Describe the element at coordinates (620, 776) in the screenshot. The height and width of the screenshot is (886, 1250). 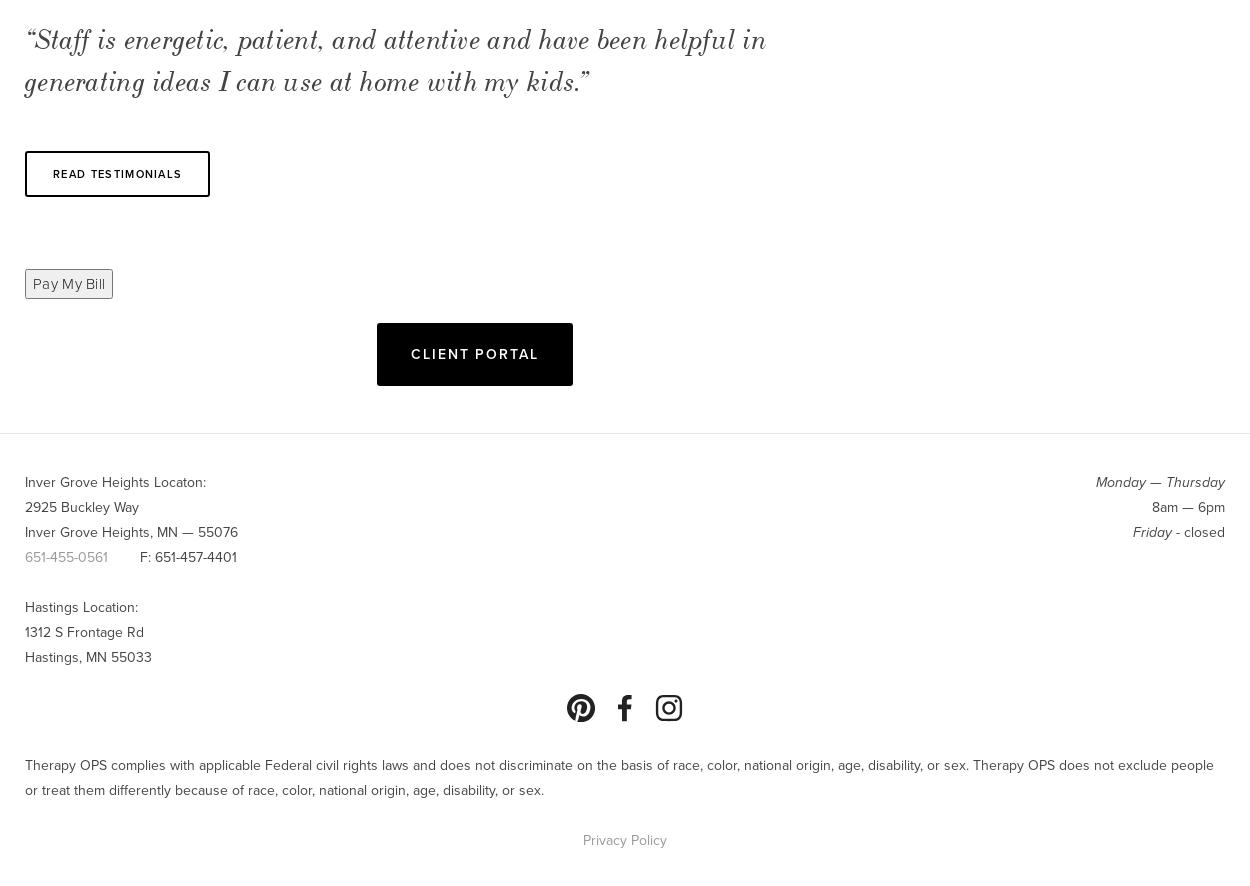
I see `'Therapy OPS complies with applicable Federal civil rights laws and does not discriminate on the basis of race, color, national origin, age, disability, or sex. Therapy OPS does not exclude people or treat them differently because of race, color, national origin, age, disability, or sex.'` at that location.